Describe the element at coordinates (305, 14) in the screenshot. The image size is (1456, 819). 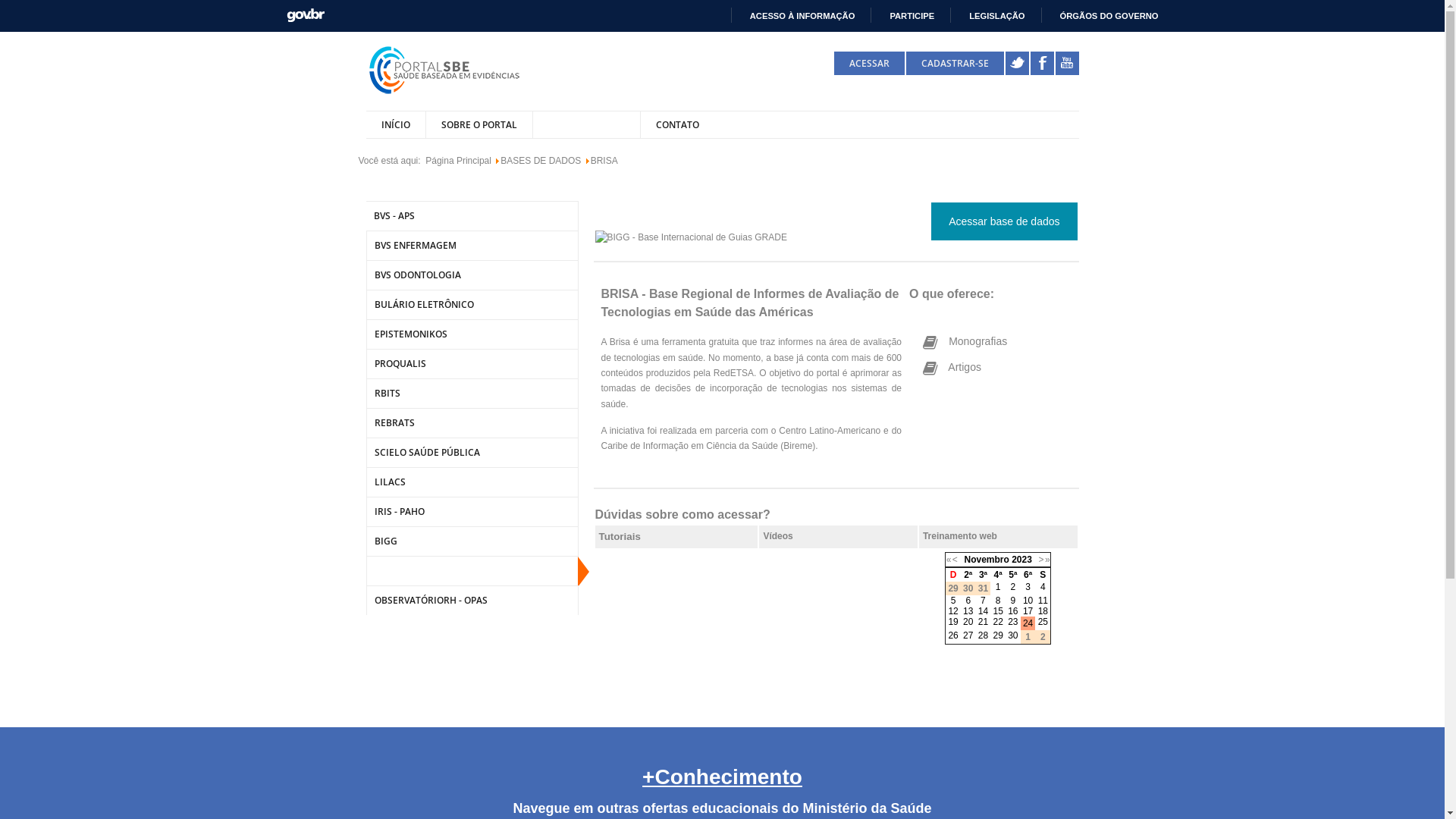
I see `'GOVBR'` at that location.